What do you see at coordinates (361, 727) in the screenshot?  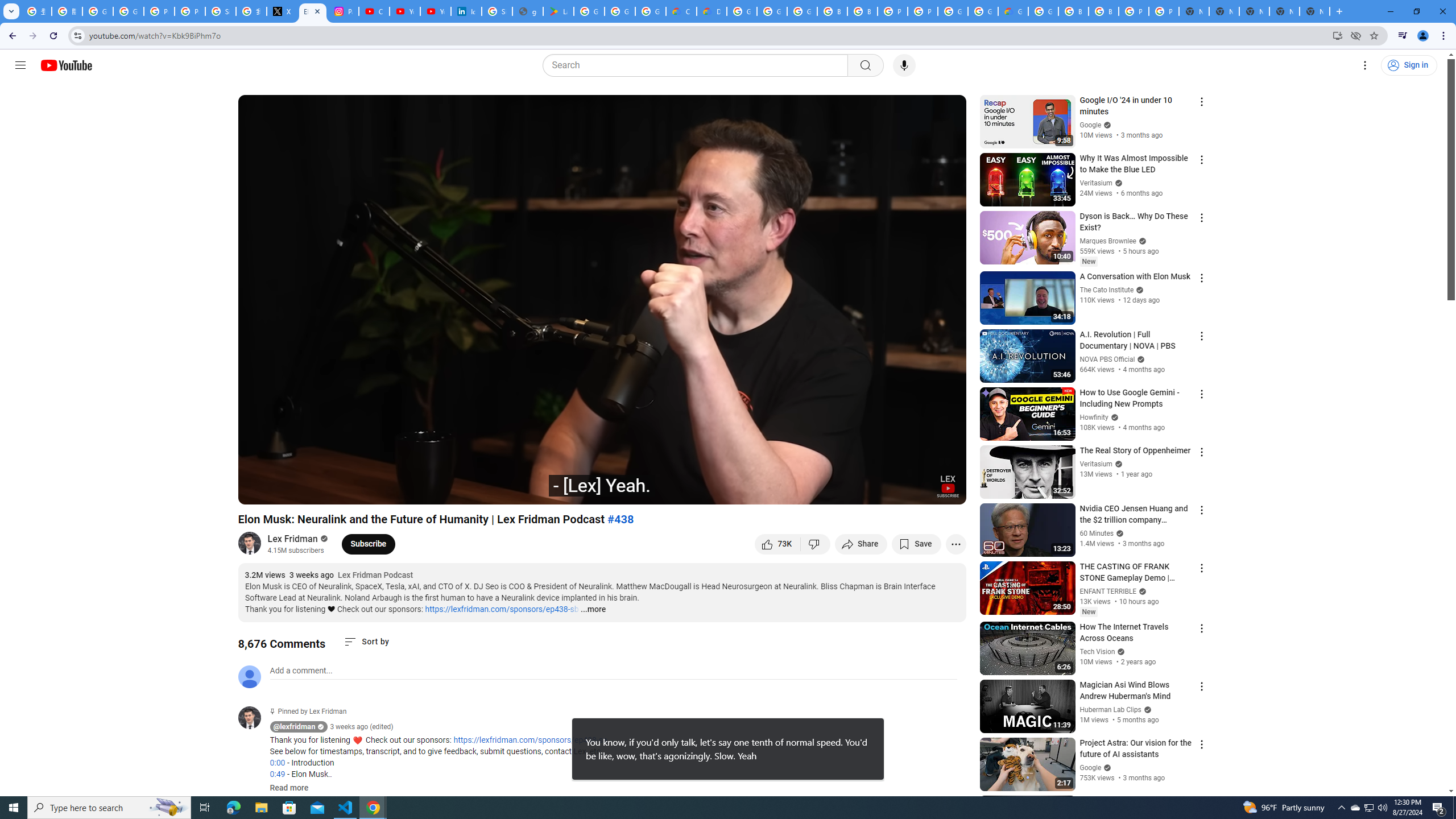 I see `'3 weeks ago (edited)'` at bounding box center [361, 727].